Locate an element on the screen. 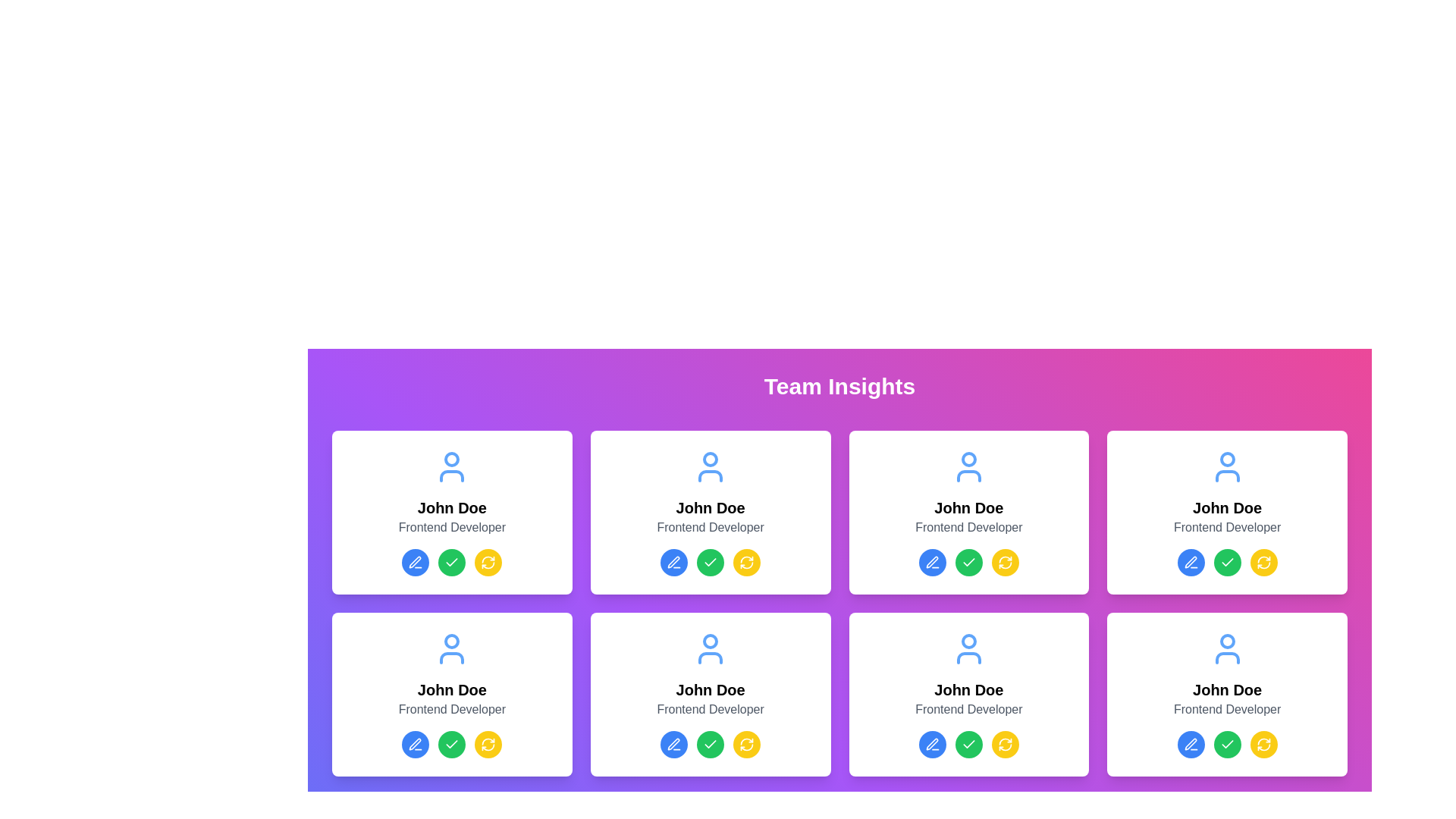  the green circular button with a white checkmark icon using keyboard navigation is located at coordinates (710, 562).